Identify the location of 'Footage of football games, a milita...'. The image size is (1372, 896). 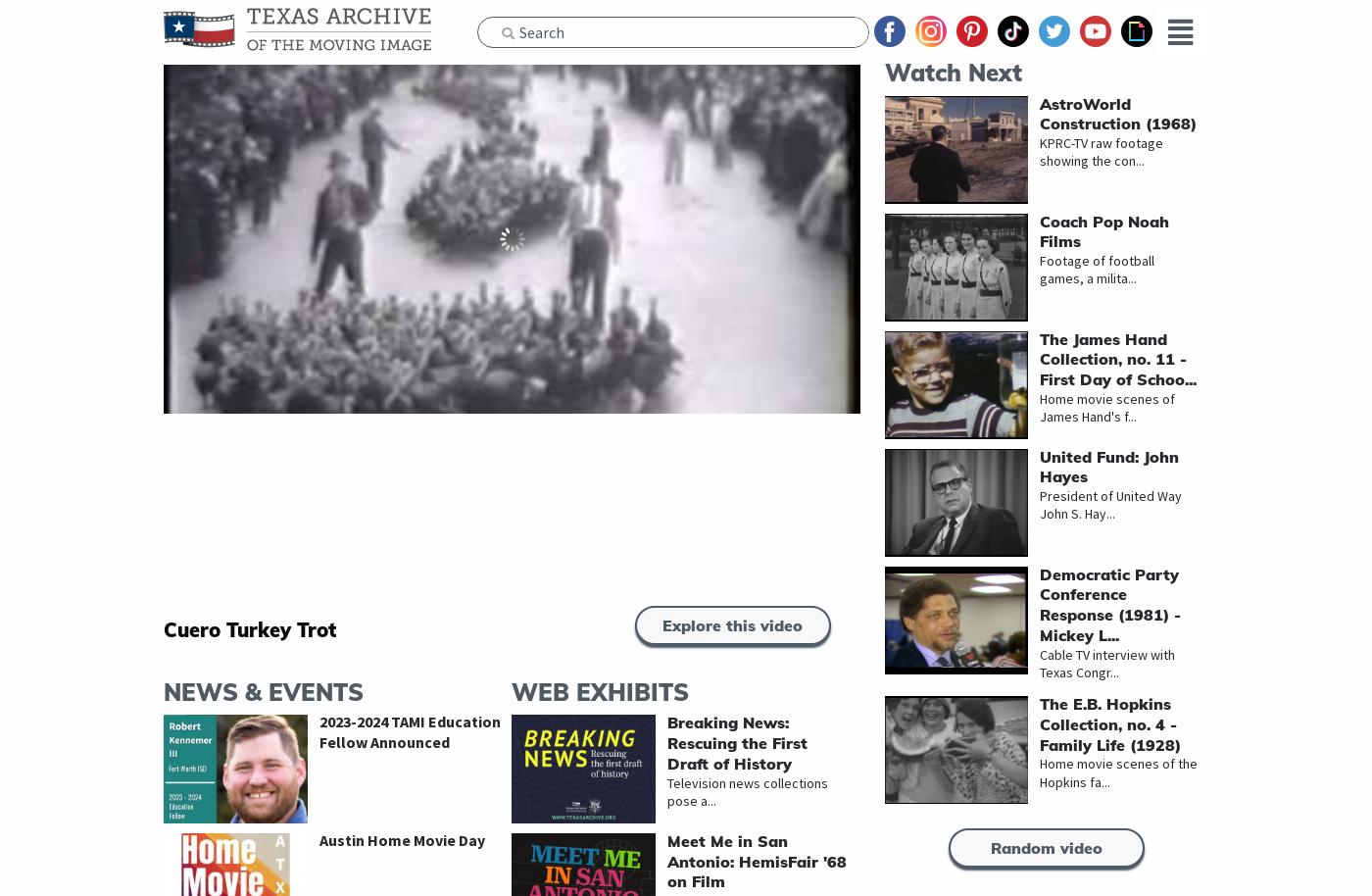
(1040, 270).